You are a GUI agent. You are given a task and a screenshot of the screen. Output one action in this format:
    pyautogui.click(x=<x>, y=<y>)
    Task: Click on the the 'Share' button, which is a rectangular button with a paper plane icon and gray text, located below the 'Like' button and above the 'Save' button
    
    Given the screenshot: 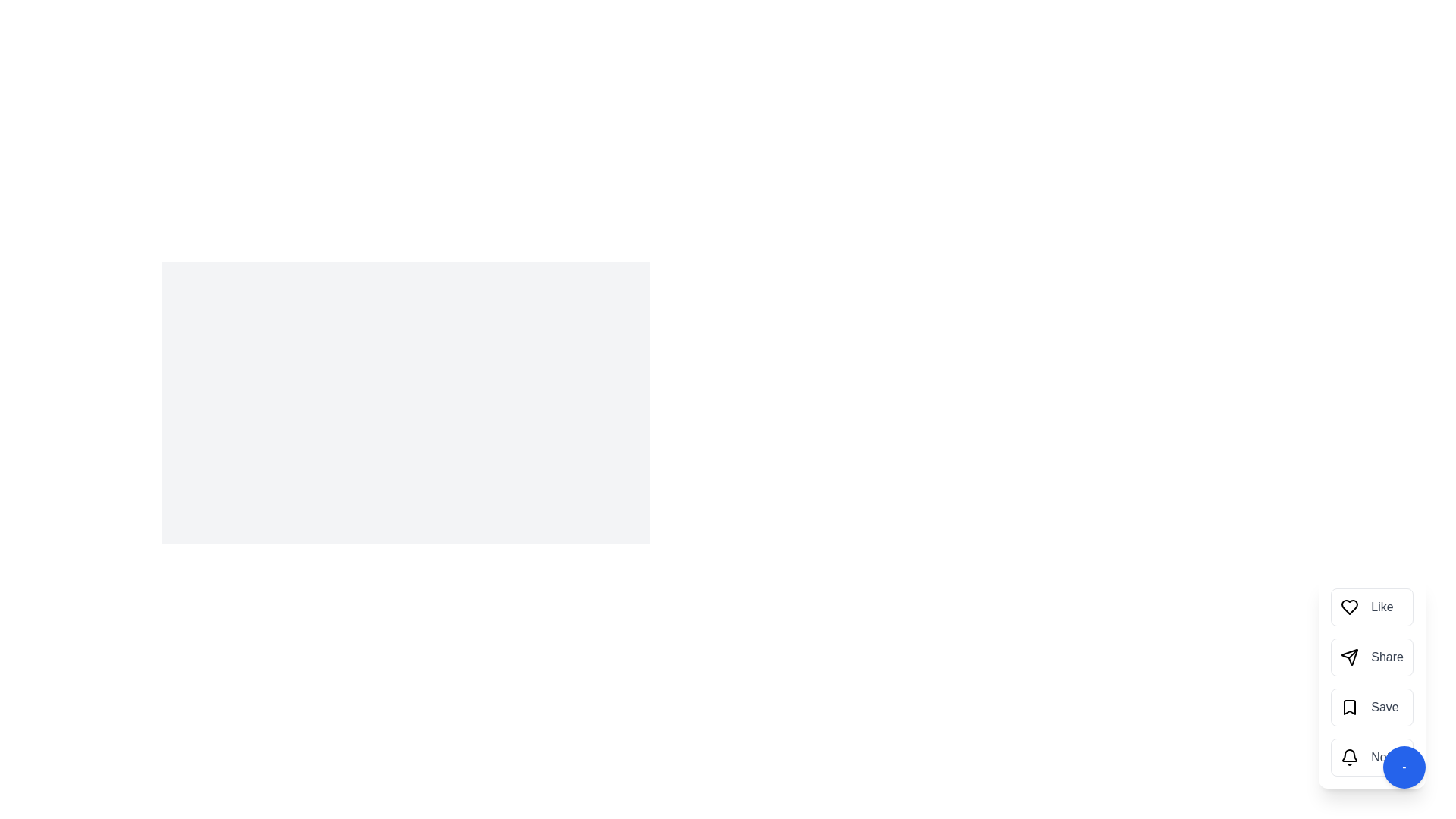 What is the action you would take?
    pyautogui.click(x=1372, y=657)
    